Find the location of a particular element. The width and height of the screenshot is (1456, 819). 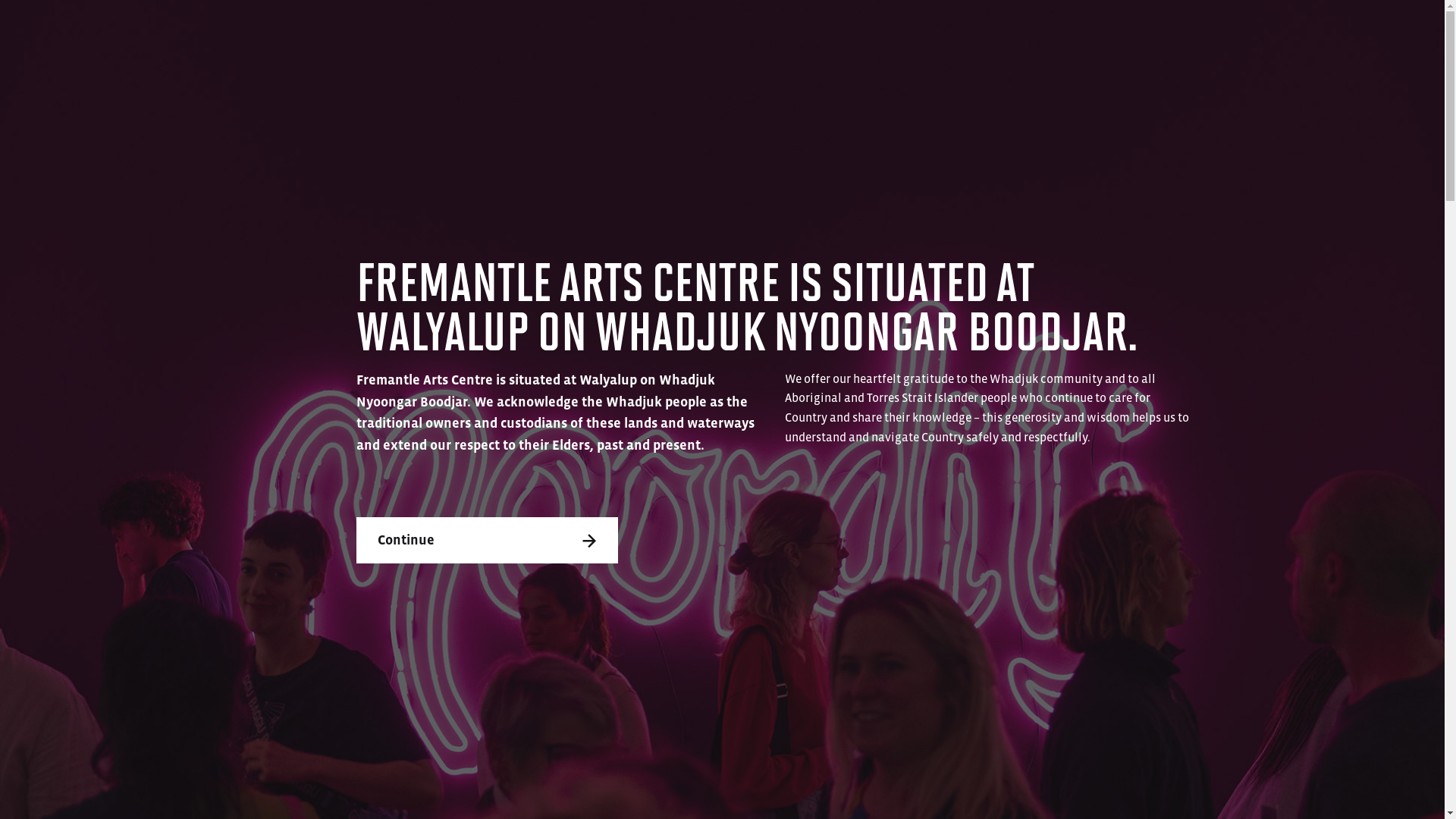

'CART (0)' is located at coordinates (1317, 27).